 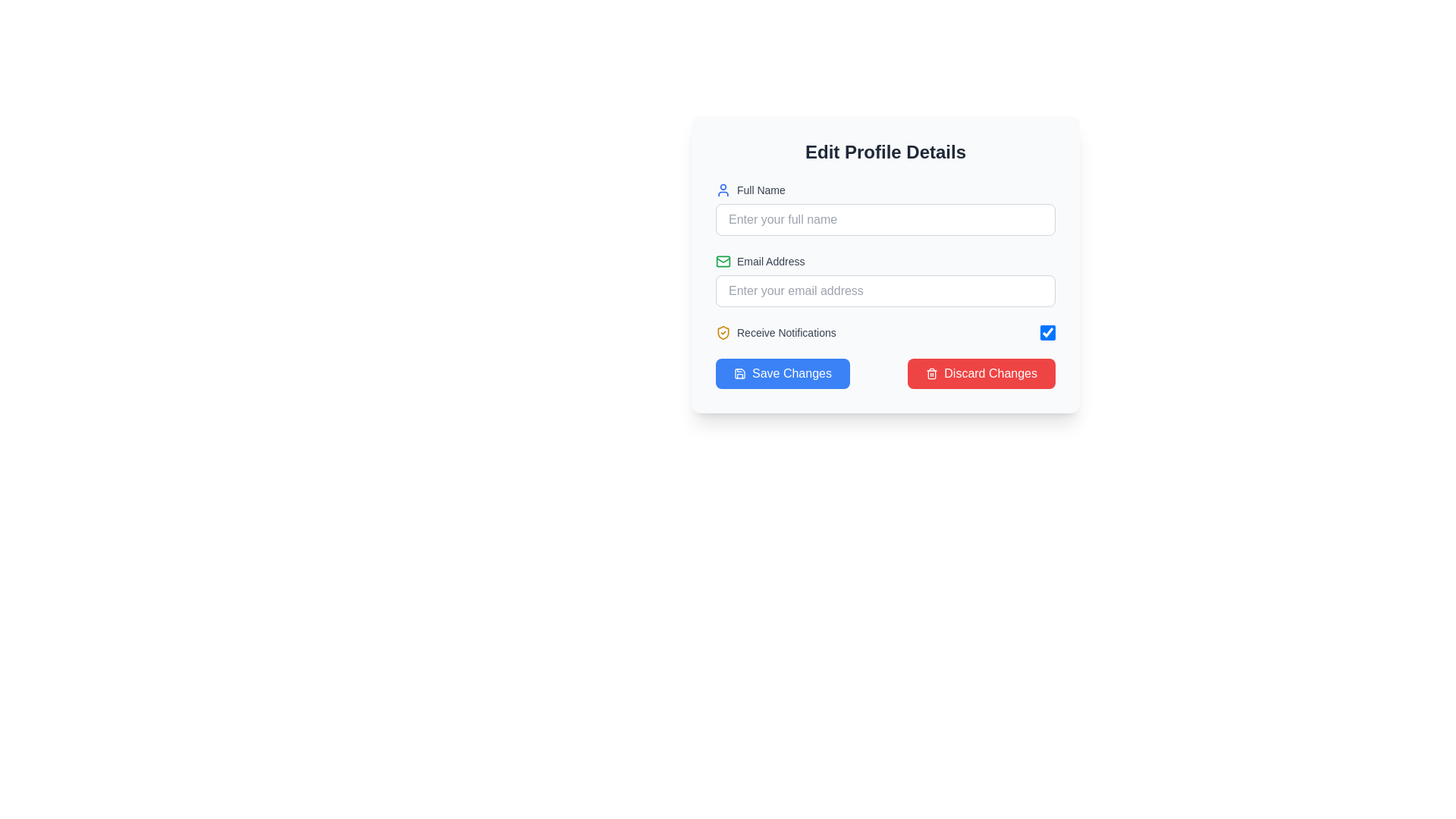 I want to click on the red 'Discard Changes' button with white text and a trash bin icon, so click(x=981, y=374).